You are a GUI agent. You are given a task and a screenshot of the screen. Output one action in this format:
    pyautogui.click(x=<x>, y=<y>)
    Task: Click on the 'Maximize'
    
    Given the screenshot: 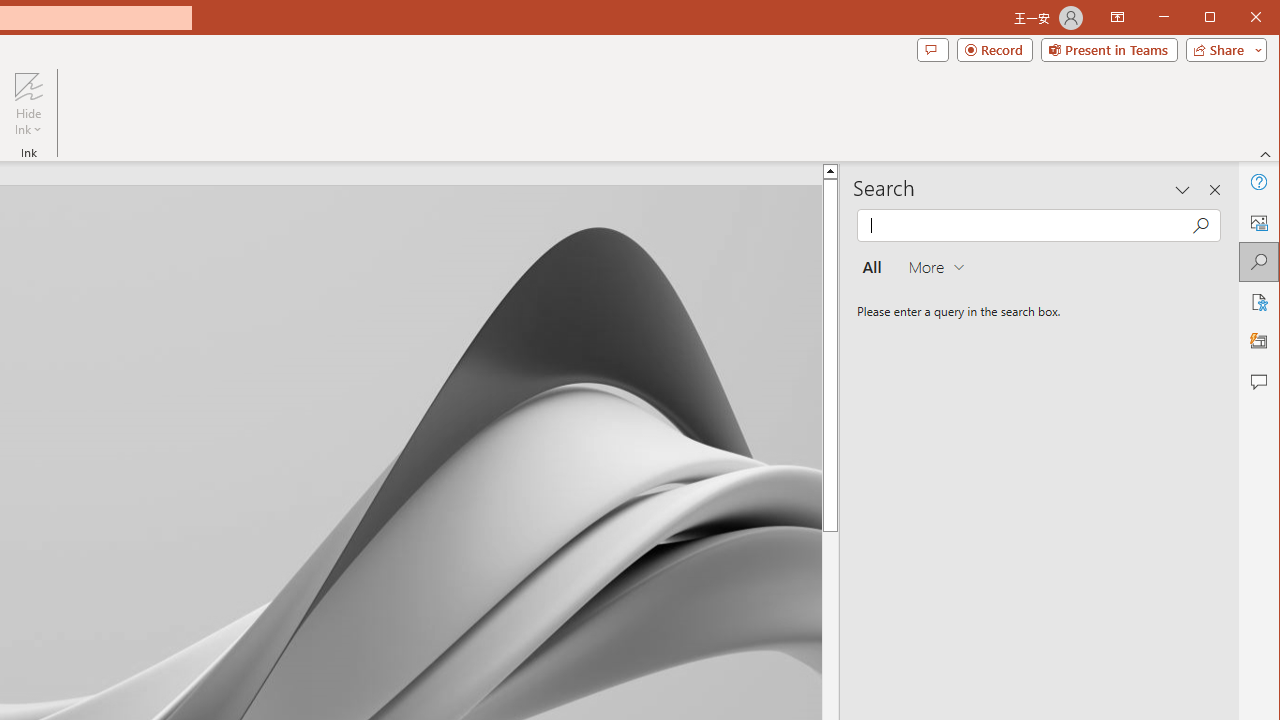 What is the action you would take?
    pyautogui.click(x=1238, y=19)
    